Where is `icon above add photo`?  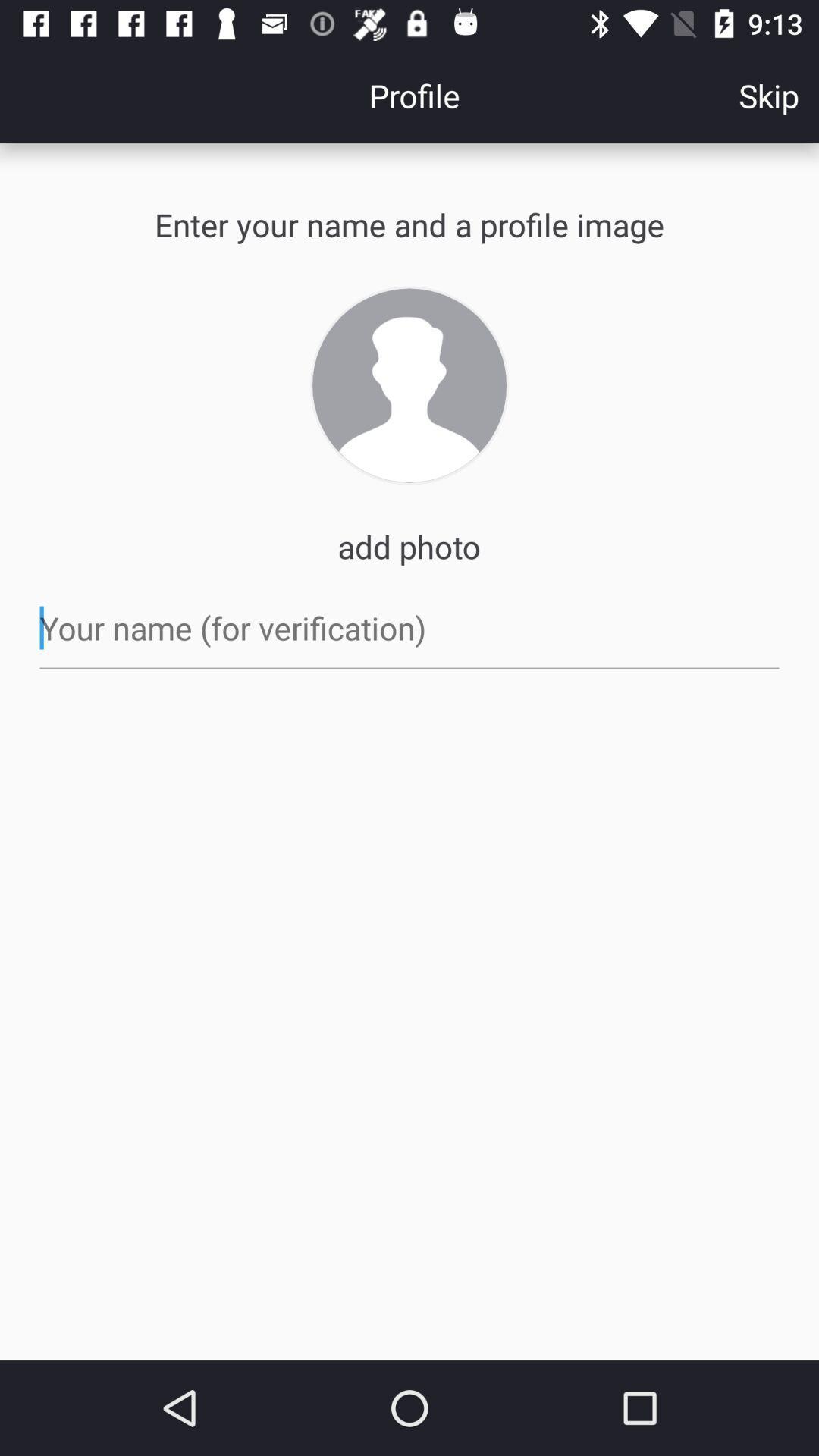
icon above add photo is located at coordinates (409, 385).